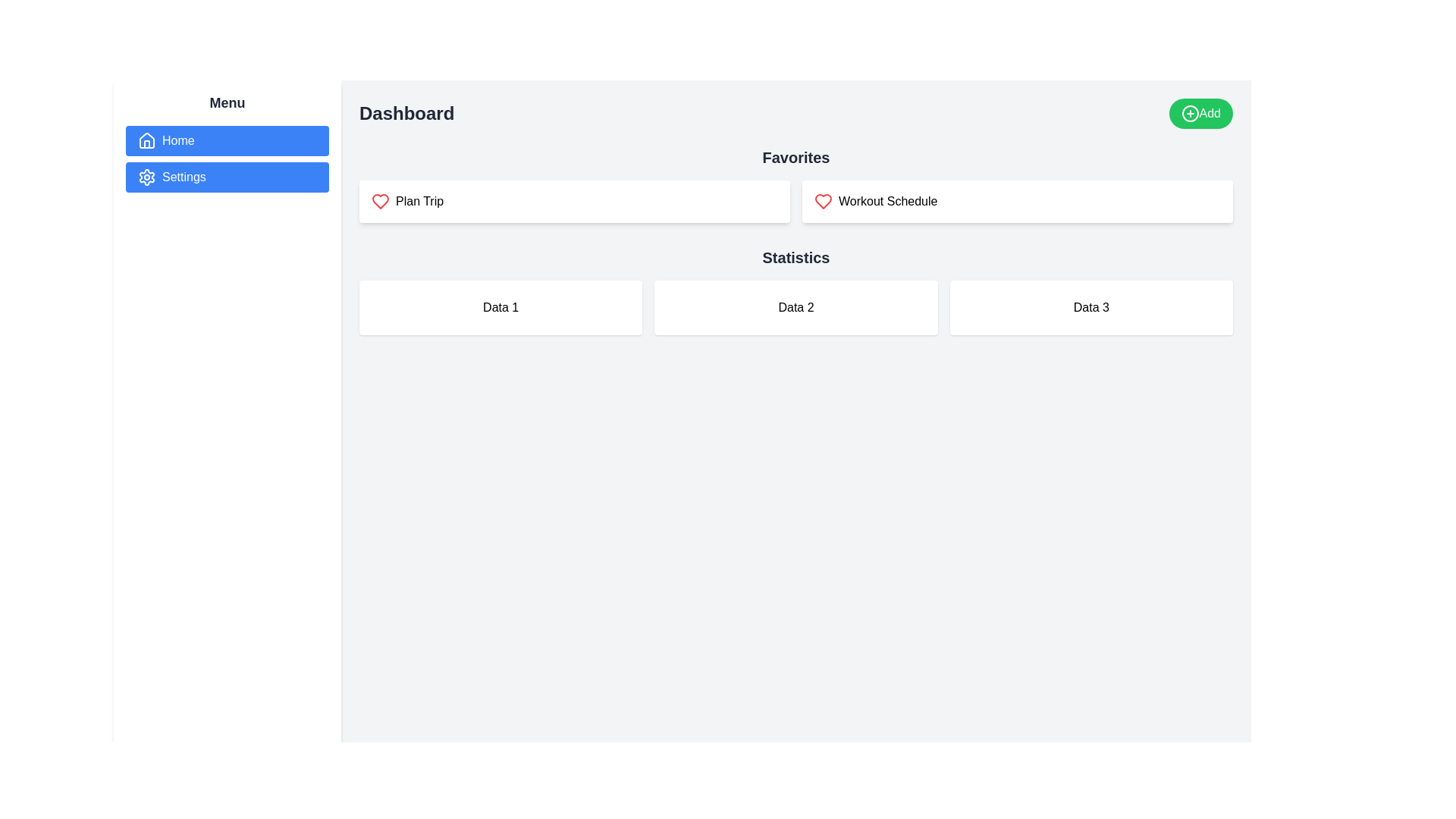 The height and width of the screenshot is (819, 1456). Describe the element at coordinates (1090, 307) in the screenshot. I see `the 'Data 3' card in the 'Statistics' section, which displays information related to a data category` at that location.